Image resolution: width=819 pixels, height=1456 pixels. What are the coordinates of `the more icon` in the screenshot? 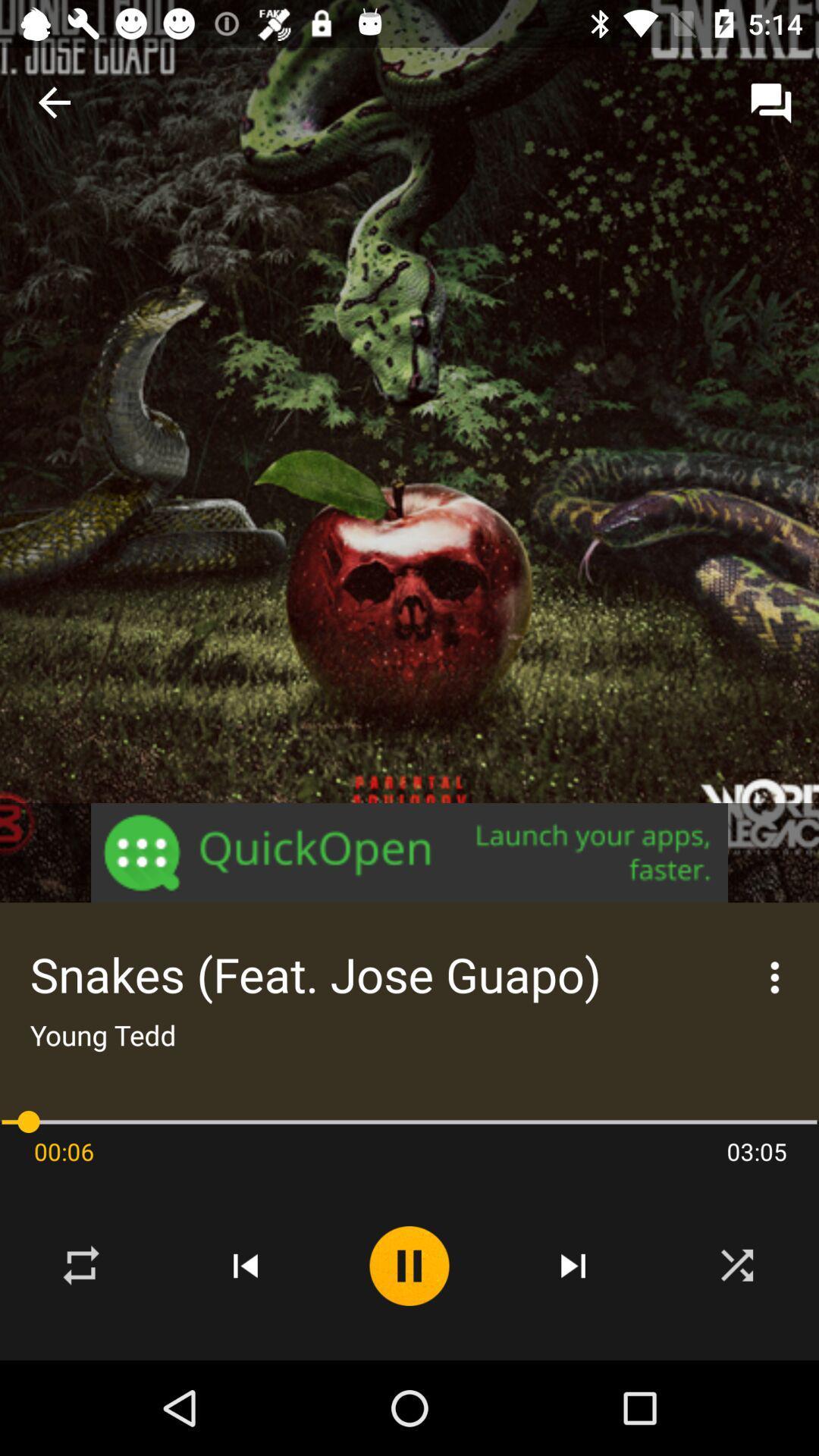 It's located at (775, 977).